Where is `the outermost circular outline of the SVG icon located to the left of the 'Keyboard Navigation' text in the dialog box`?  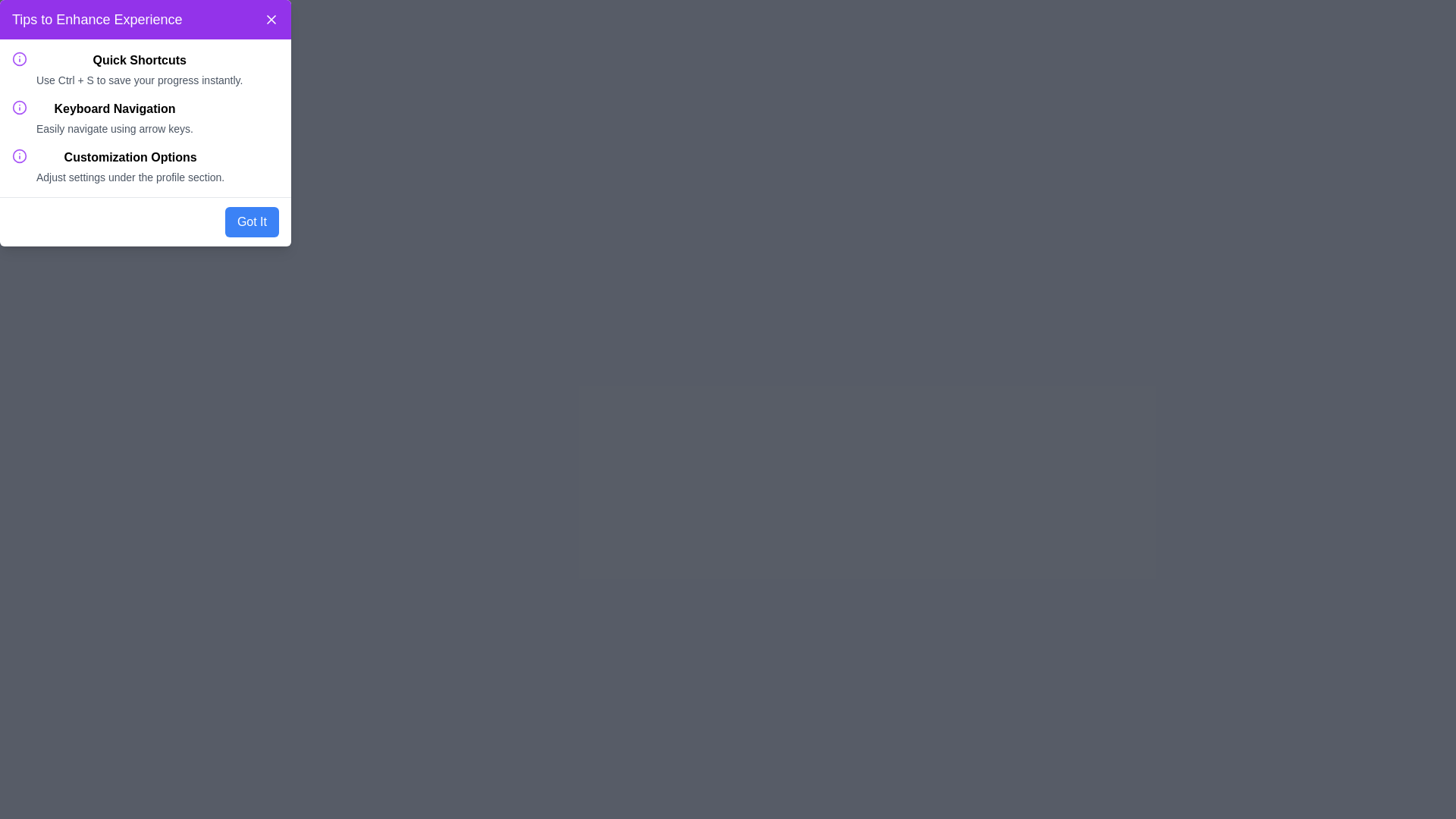 the outermost circular outline of the SVG icon located to the left of the 'Keyboard Navigation' text in the dialog box is located at coordinates (19, 107).